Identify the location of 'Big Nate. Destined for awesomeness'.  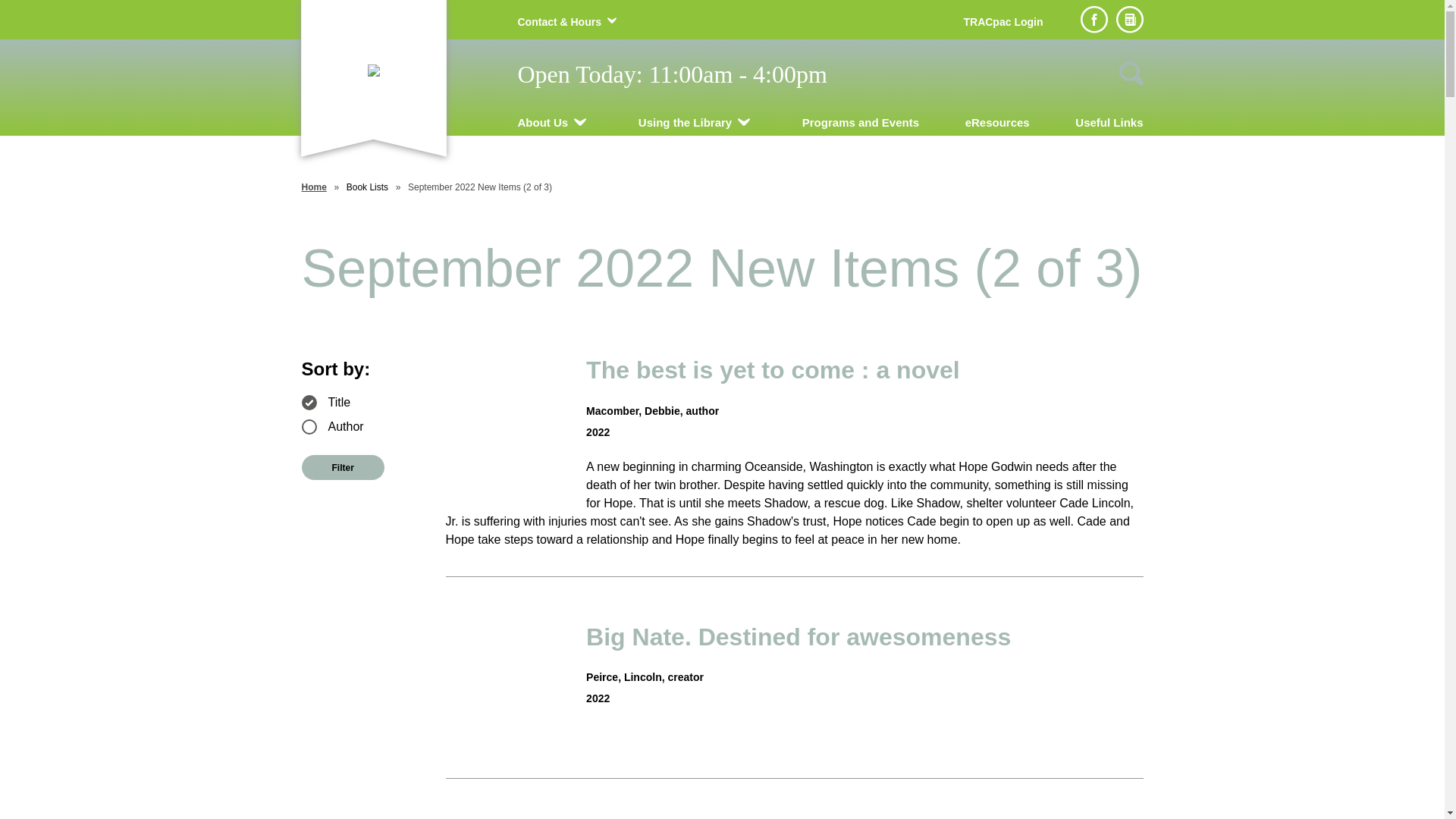
(793, 637).